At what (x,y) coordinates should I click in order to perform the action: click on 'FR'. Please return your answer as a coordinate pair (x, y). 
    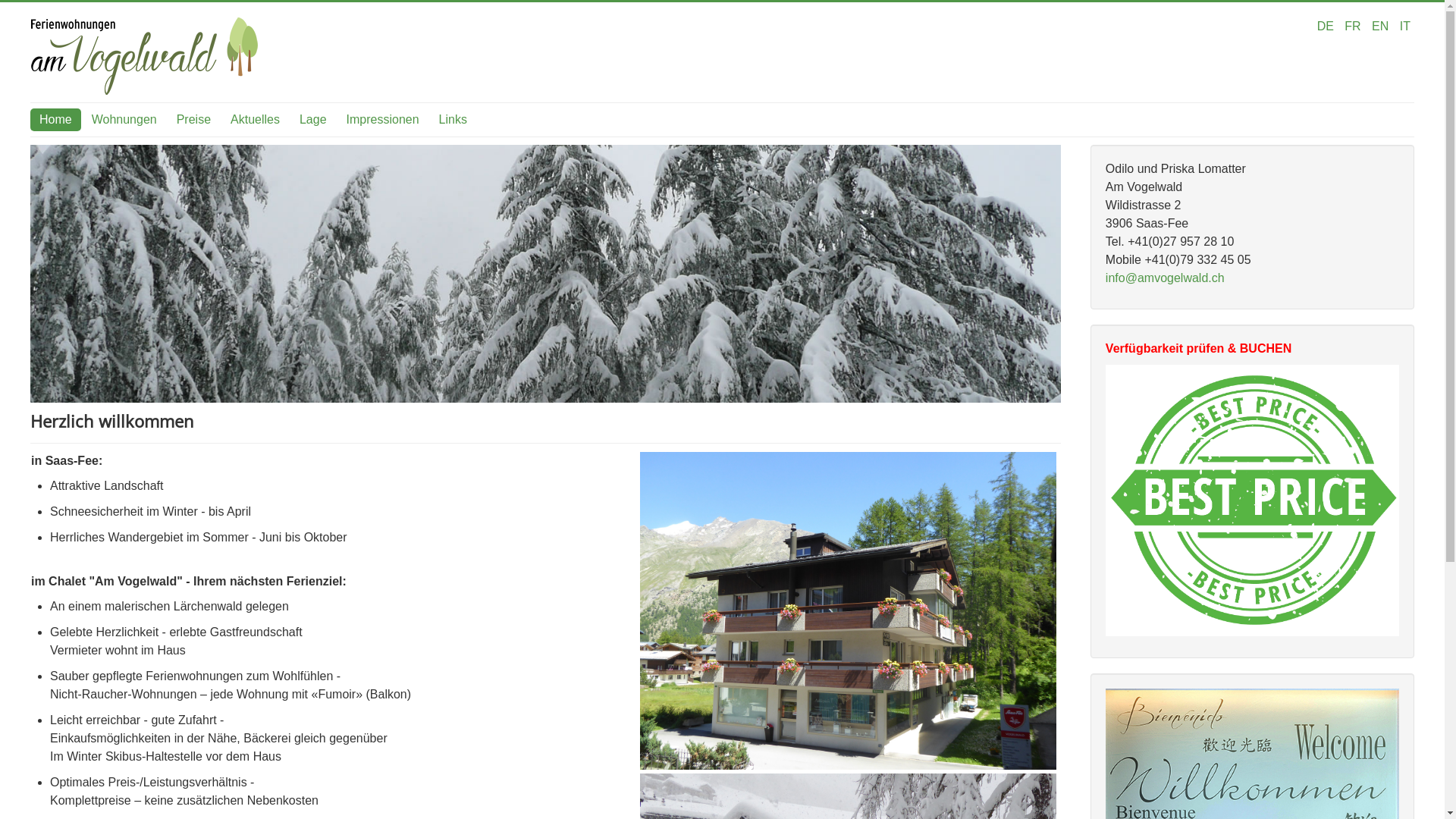
    Looking at the image, I should click on (1354, 26).